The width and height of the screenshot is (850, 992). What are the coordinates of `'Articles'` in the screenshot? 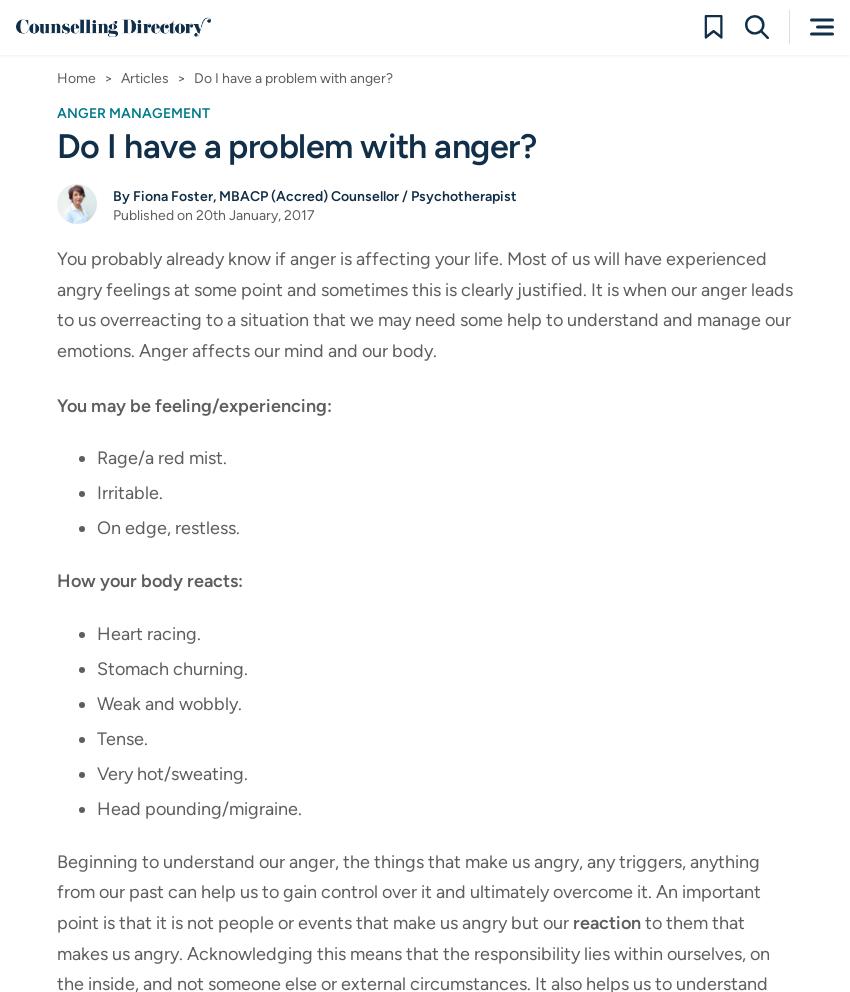 It's located at (145, 78).